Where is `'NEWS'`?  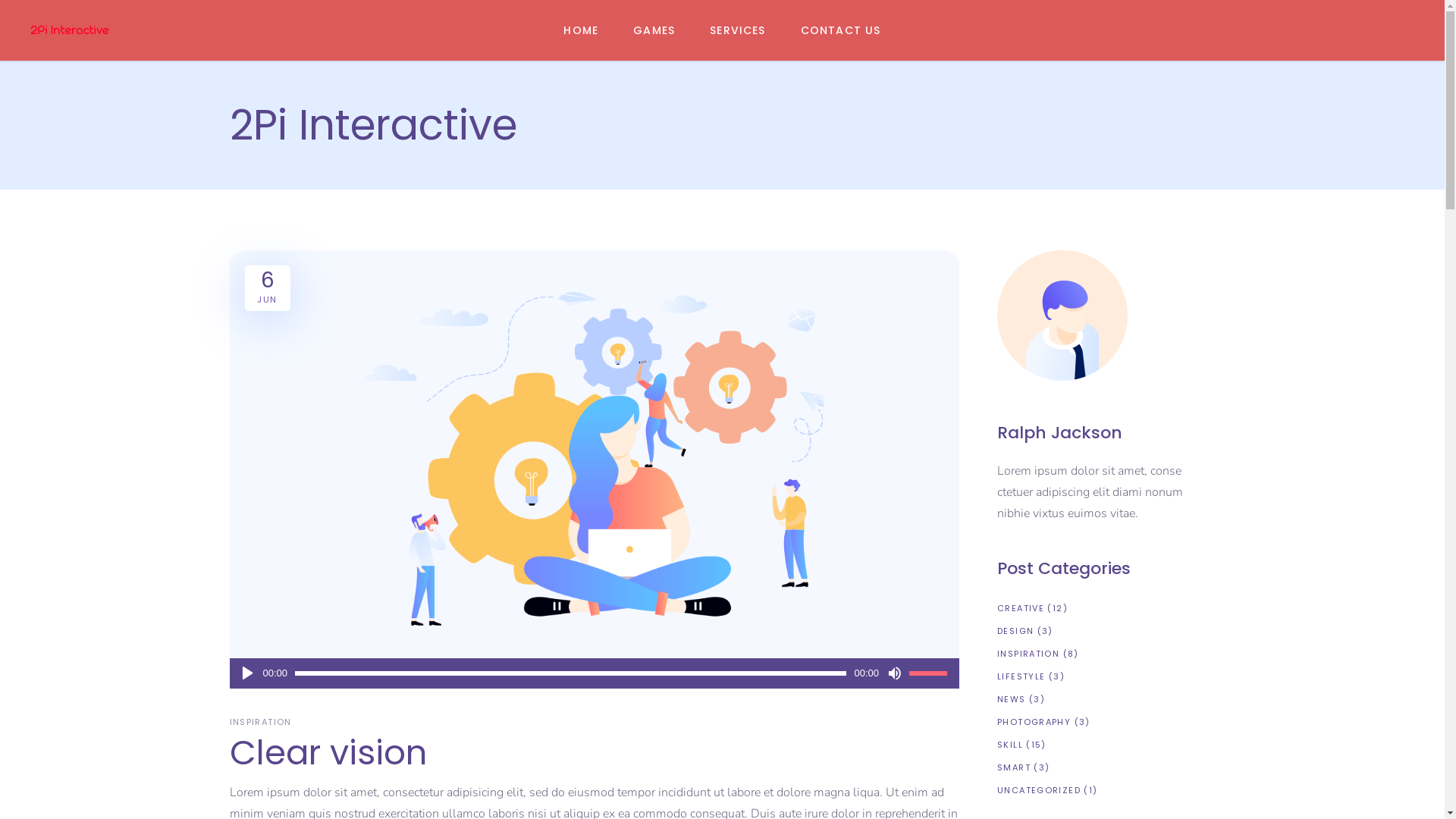
'NEWS' is located at coordinates (1012, 698).